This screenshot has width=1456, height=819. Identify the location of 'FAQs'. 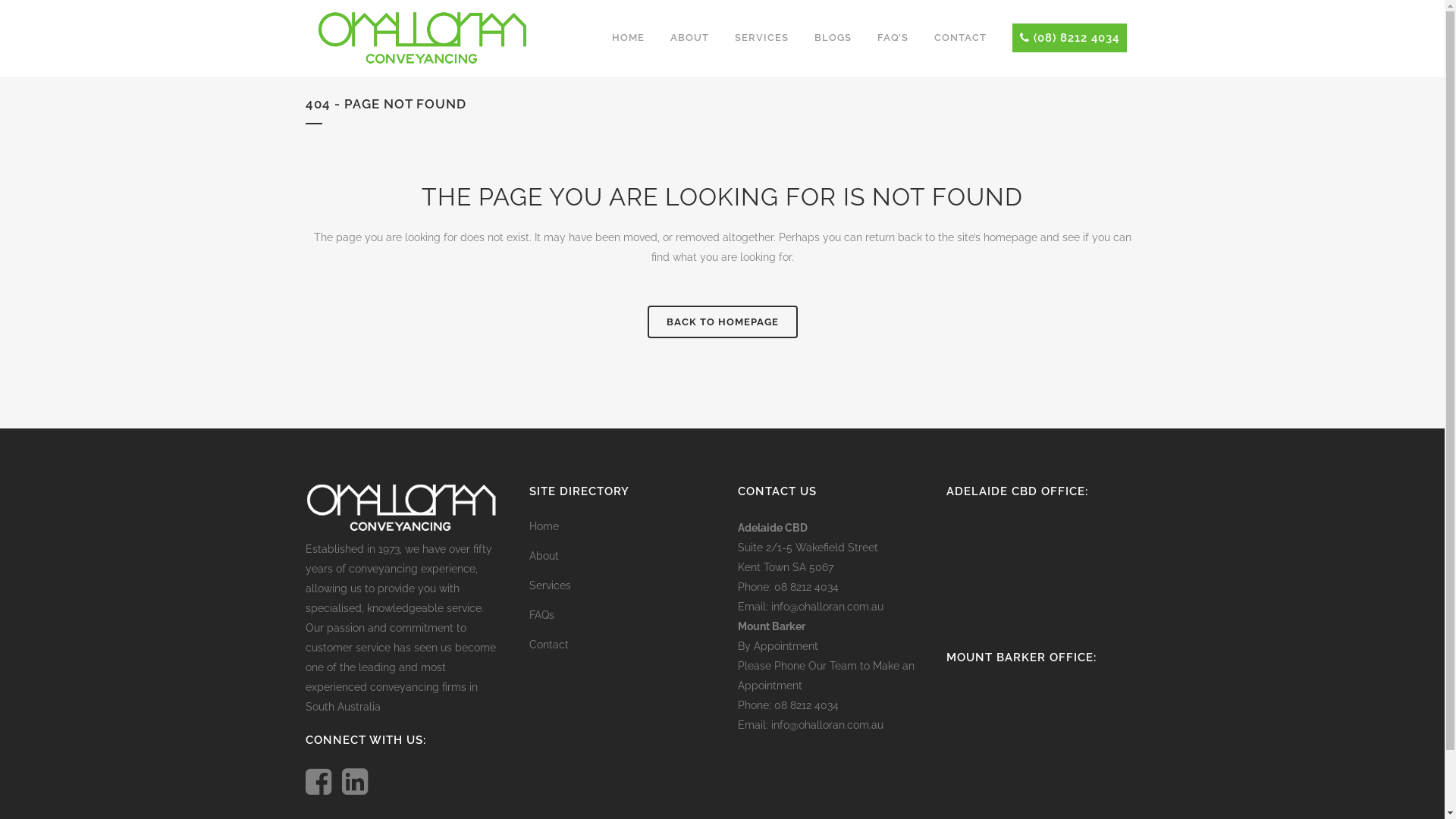
(622, 614).